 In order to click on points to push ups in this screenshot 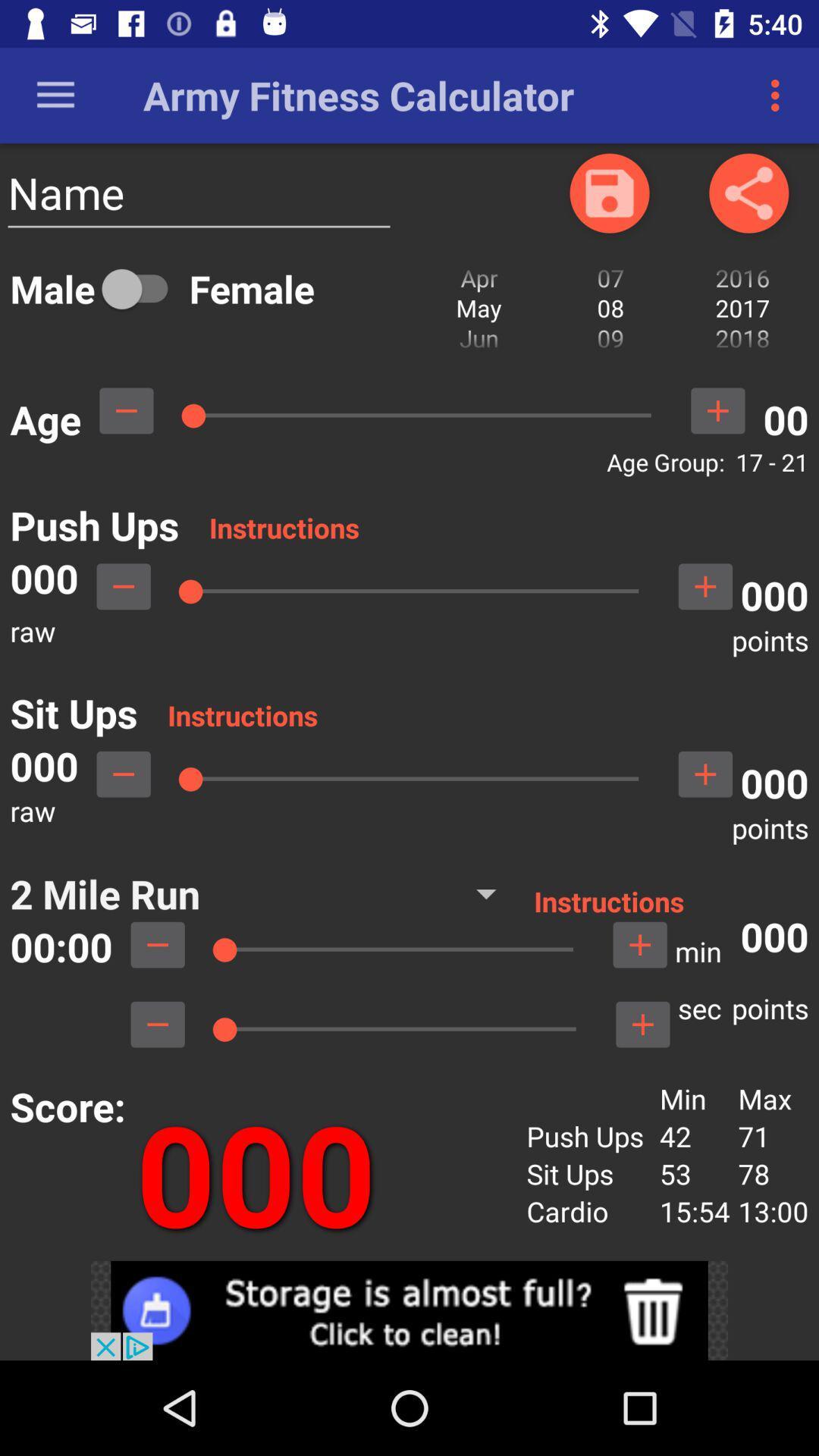, I will do `click(705, 585)`.